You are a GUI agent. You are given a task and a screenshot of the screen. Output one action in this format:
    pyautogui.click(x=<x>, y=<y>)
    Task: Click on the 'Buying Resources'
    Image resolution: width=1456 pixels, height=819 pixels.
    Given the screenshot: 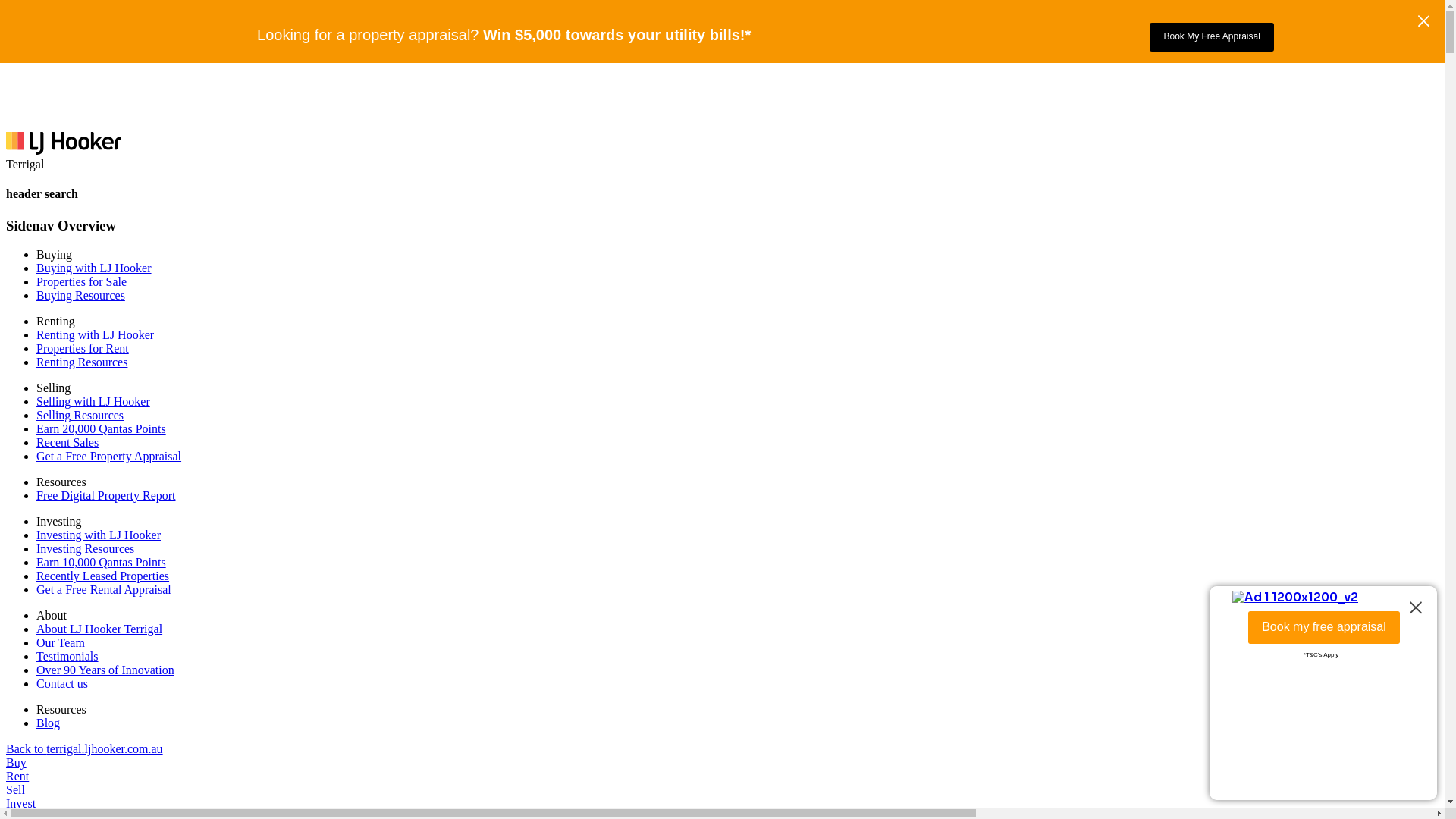 What is the action you would take?
    pyautogui.click(x=80, y=295)
    